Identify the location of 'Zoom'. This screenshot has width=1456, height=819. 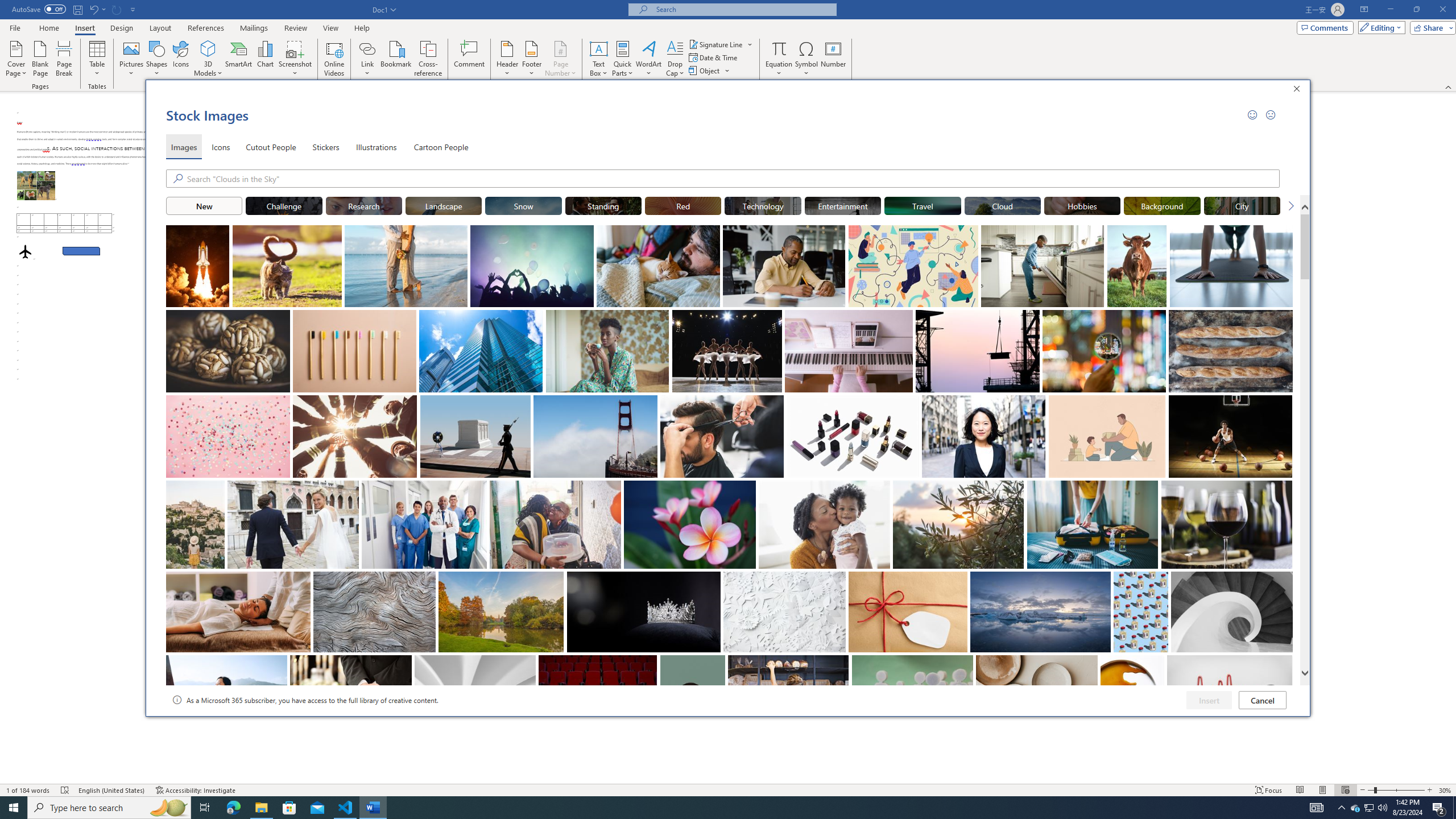
(1396, 790).